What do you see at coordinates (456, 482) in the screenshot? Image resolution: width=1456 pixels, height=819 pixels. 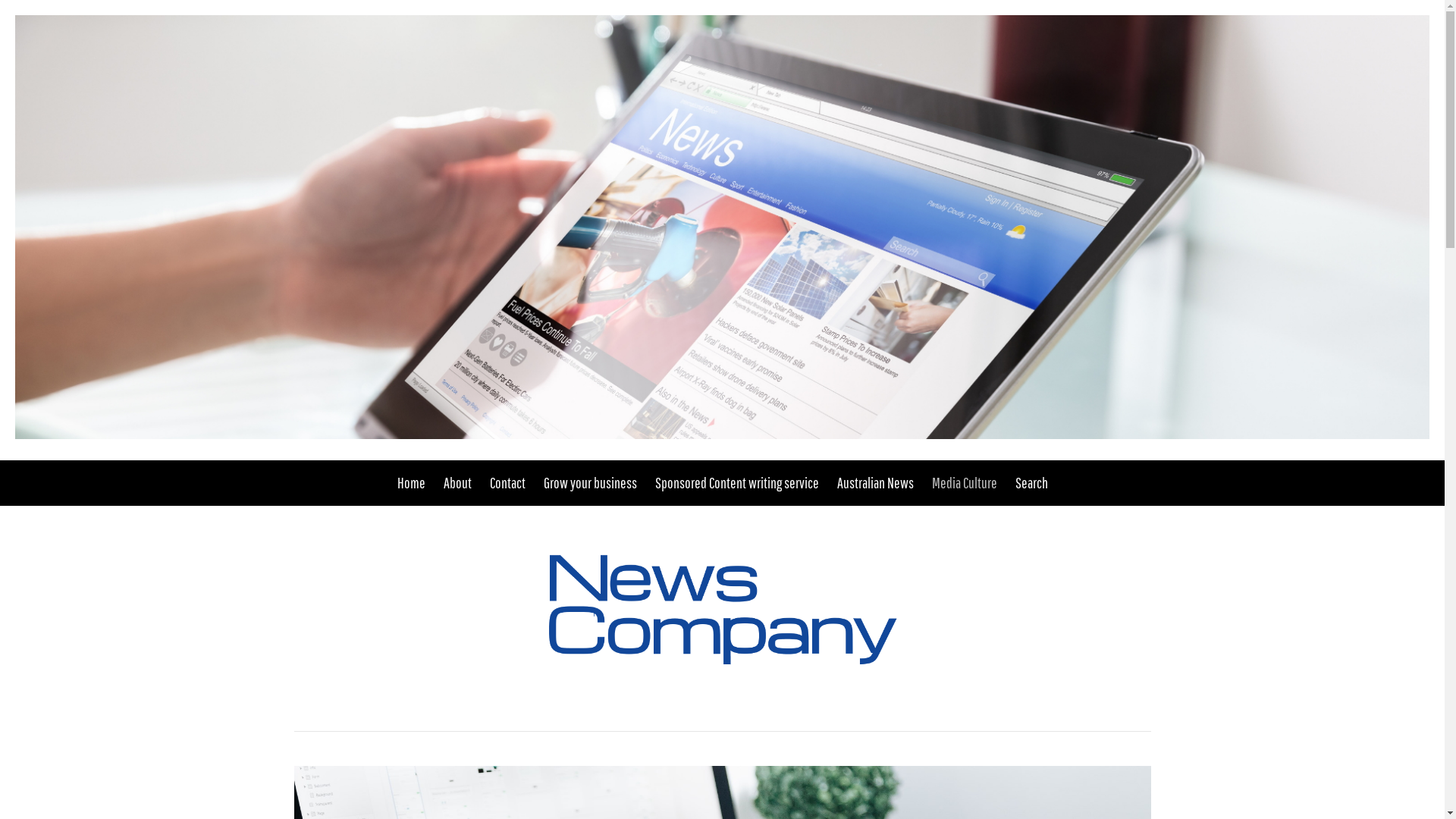 I see `'About'` at bounding box center [456, 482].